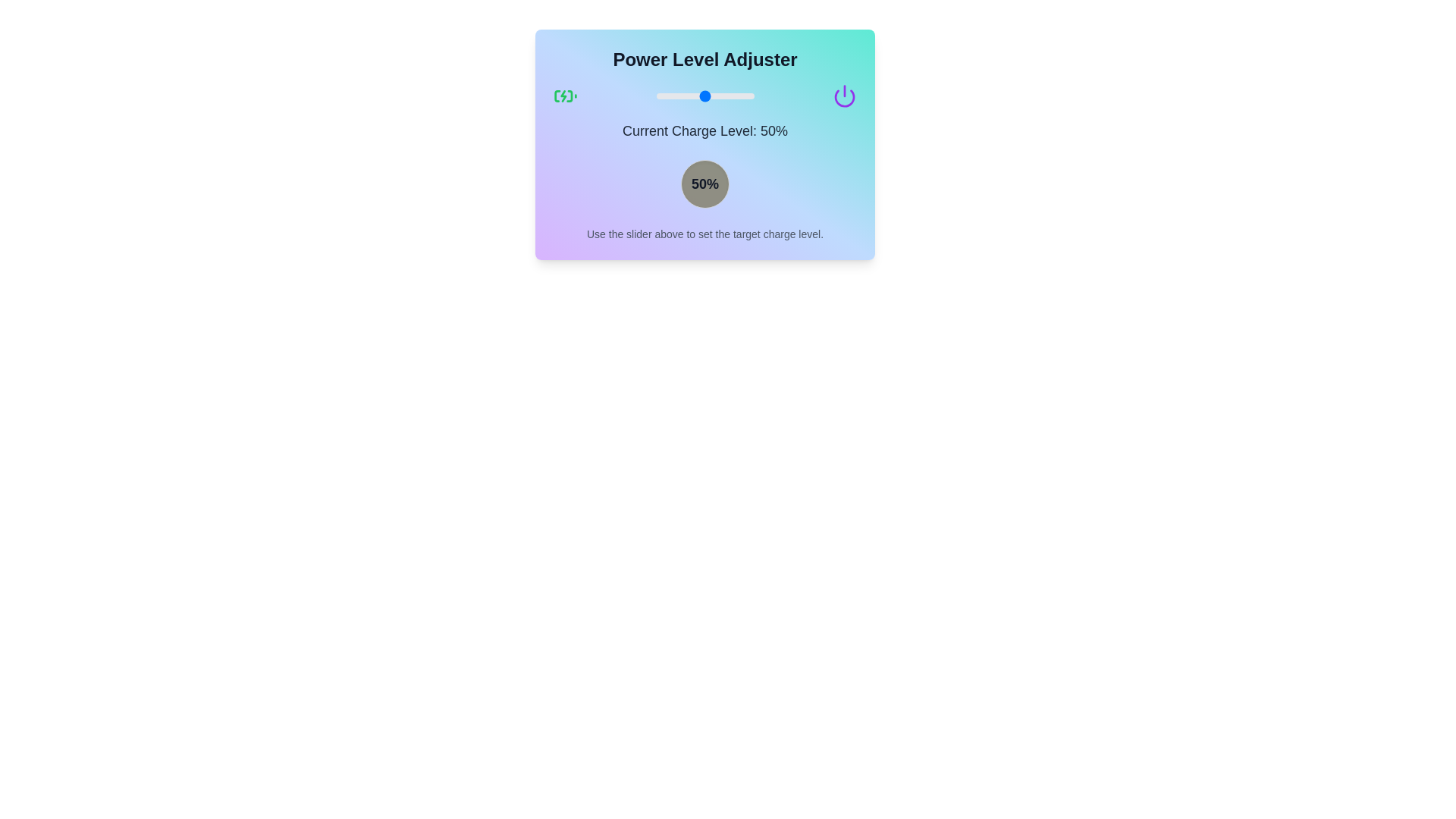 The height and width of the screenshot is (819, 1456). Describe the element at coordinates (704, 130) in the screenshot. I see `text label that displays the current charge level, located under the blue slider and above the round button showing '50%', centered horizontally within the interactive elements` at that location.